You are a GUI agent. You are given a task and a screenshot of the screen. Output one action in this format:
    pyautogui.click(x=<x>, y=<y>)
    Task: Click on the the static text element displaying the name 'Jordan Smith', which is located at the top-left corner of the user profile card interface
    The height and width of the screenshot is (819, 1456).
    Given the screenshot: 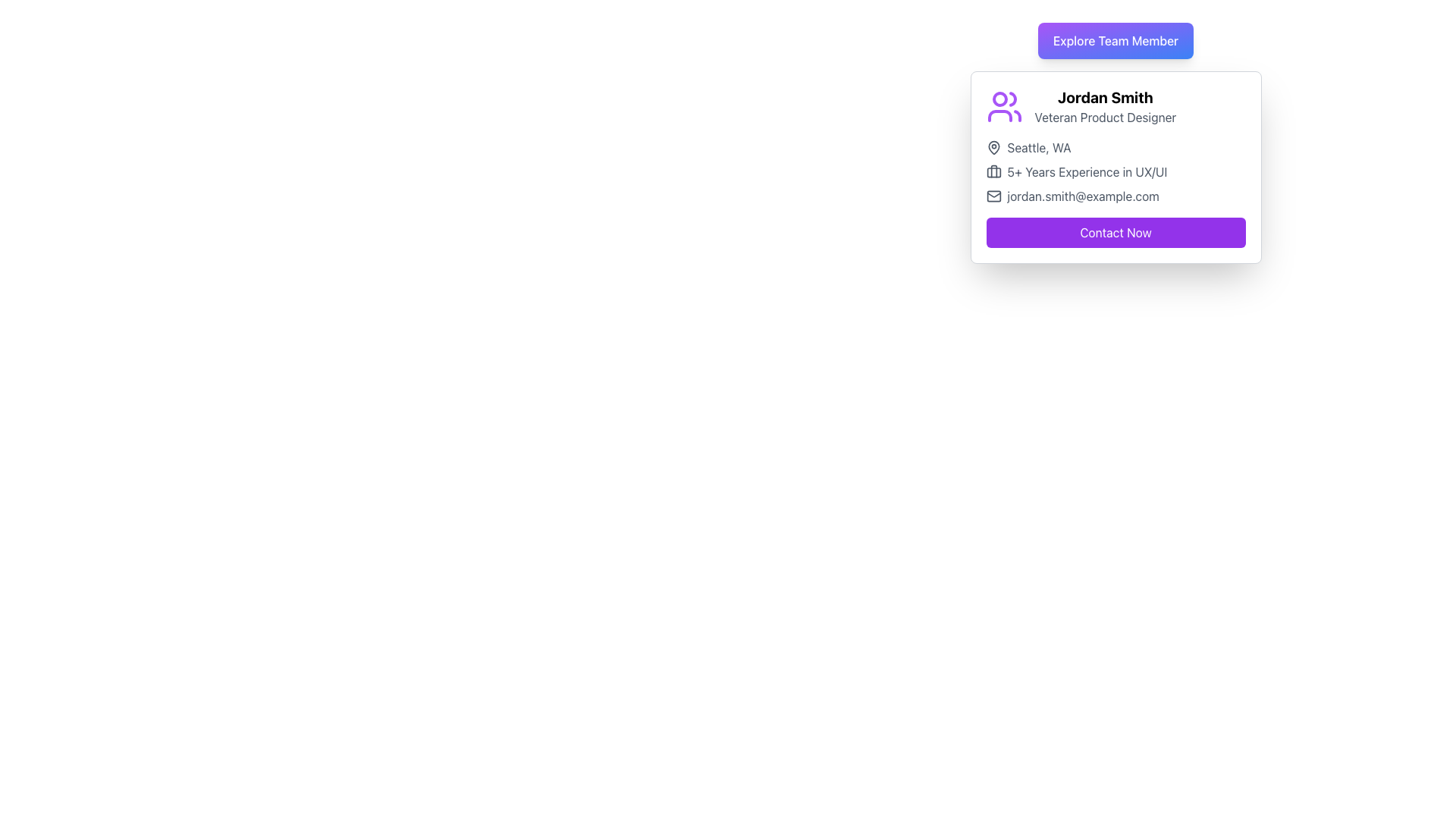 What is the action you would take?
    pyautogui.click(x=1105, y=97)
    